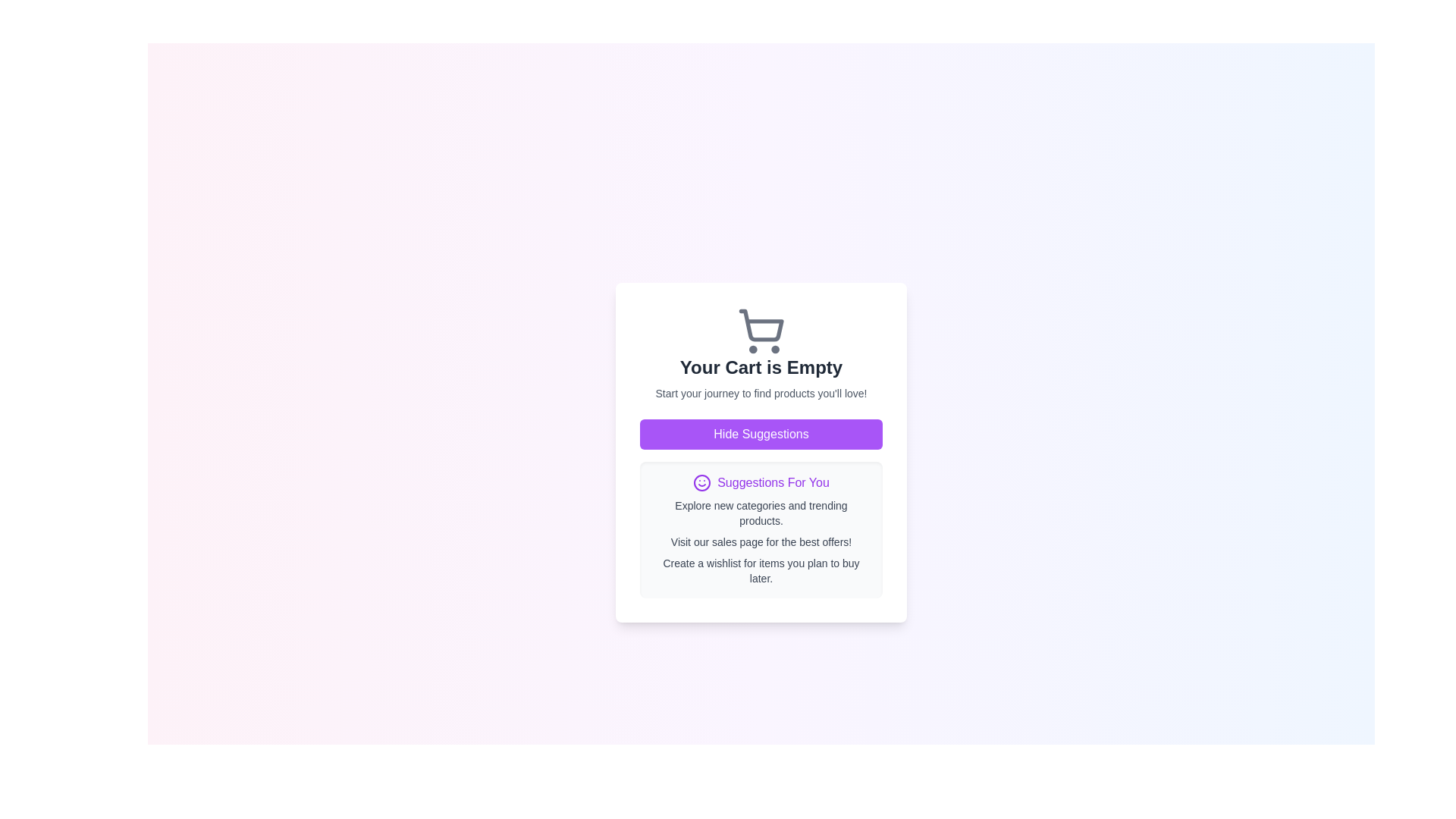  Describe the element at coordinates (761, 541) in the screenshot. I see `the static informational text element that encourages visits to the sales page, located between the texts 'Explore new categories and trending products.' and 'Create a wishlist for items you plan to buy later.'` at that location.